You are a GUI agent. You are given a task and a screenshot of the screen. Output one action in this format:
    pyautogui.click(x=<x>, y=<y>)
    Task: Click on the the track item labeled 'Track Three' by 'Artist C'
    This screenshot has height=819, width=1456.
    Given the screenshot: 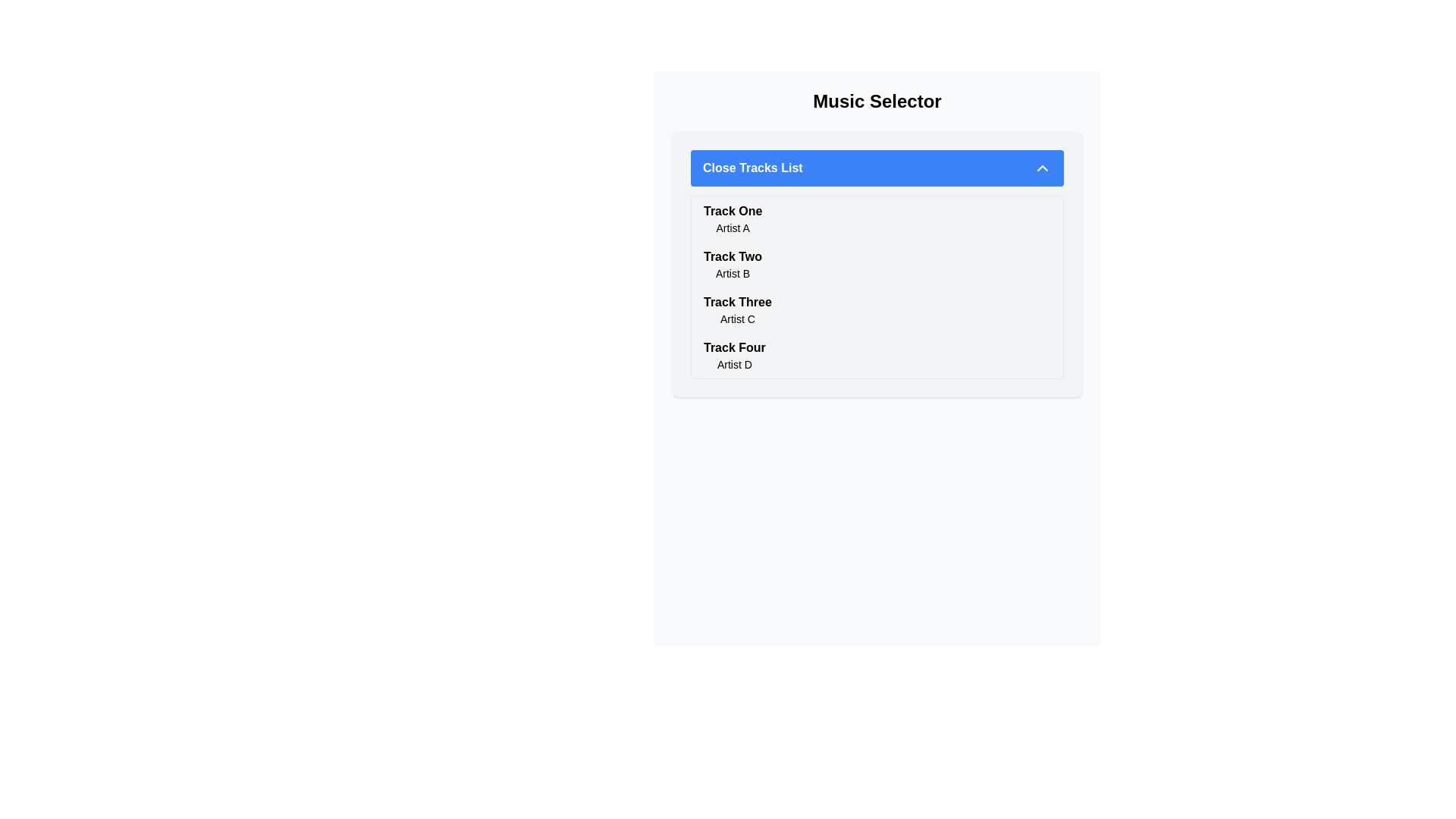 What is the action you would take?
    pyautogui.click(x=737, y=309)
    